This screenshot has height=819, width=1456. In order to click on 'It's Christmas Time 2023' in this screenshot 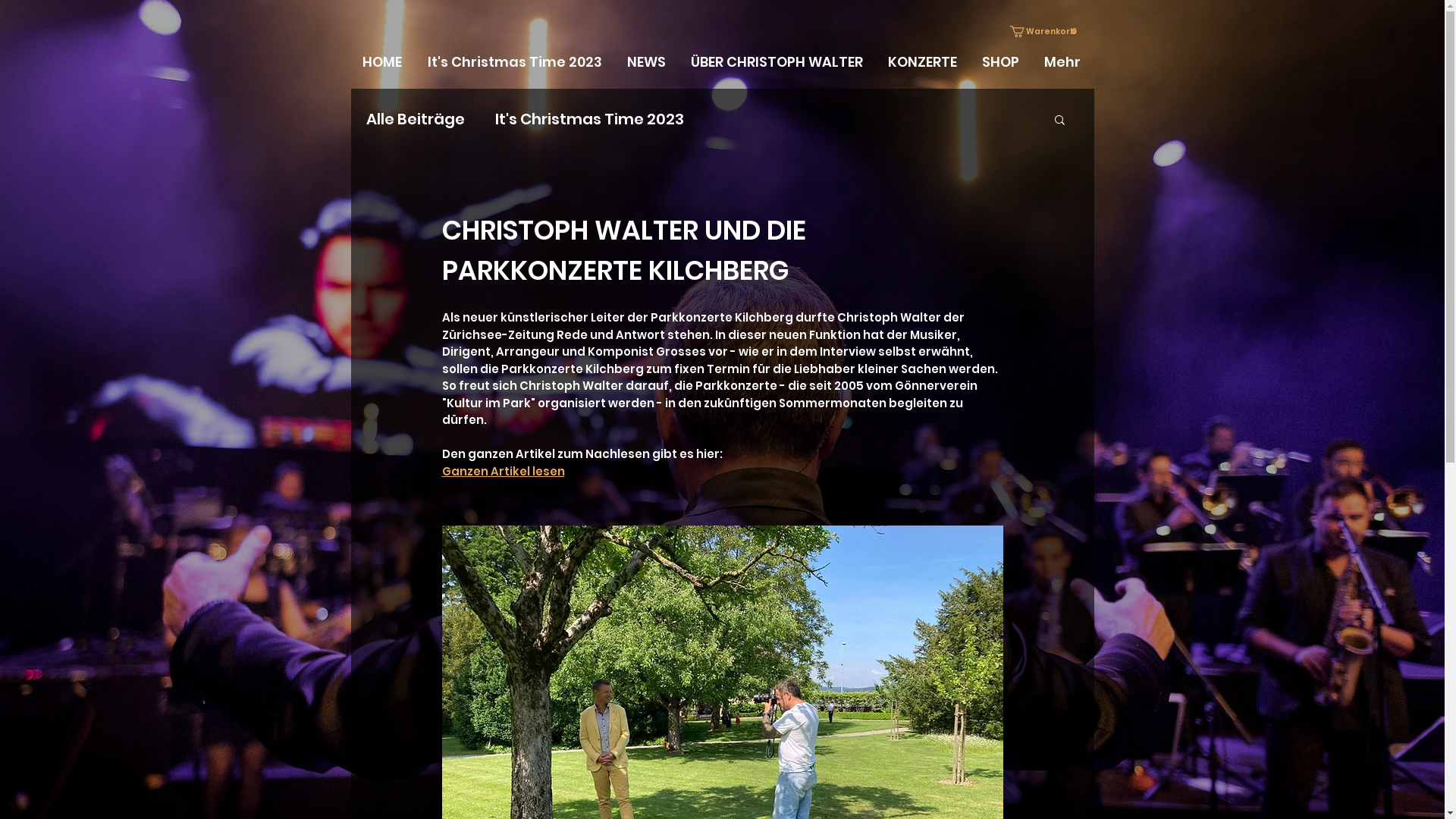, I will do `click(515, 61)`.